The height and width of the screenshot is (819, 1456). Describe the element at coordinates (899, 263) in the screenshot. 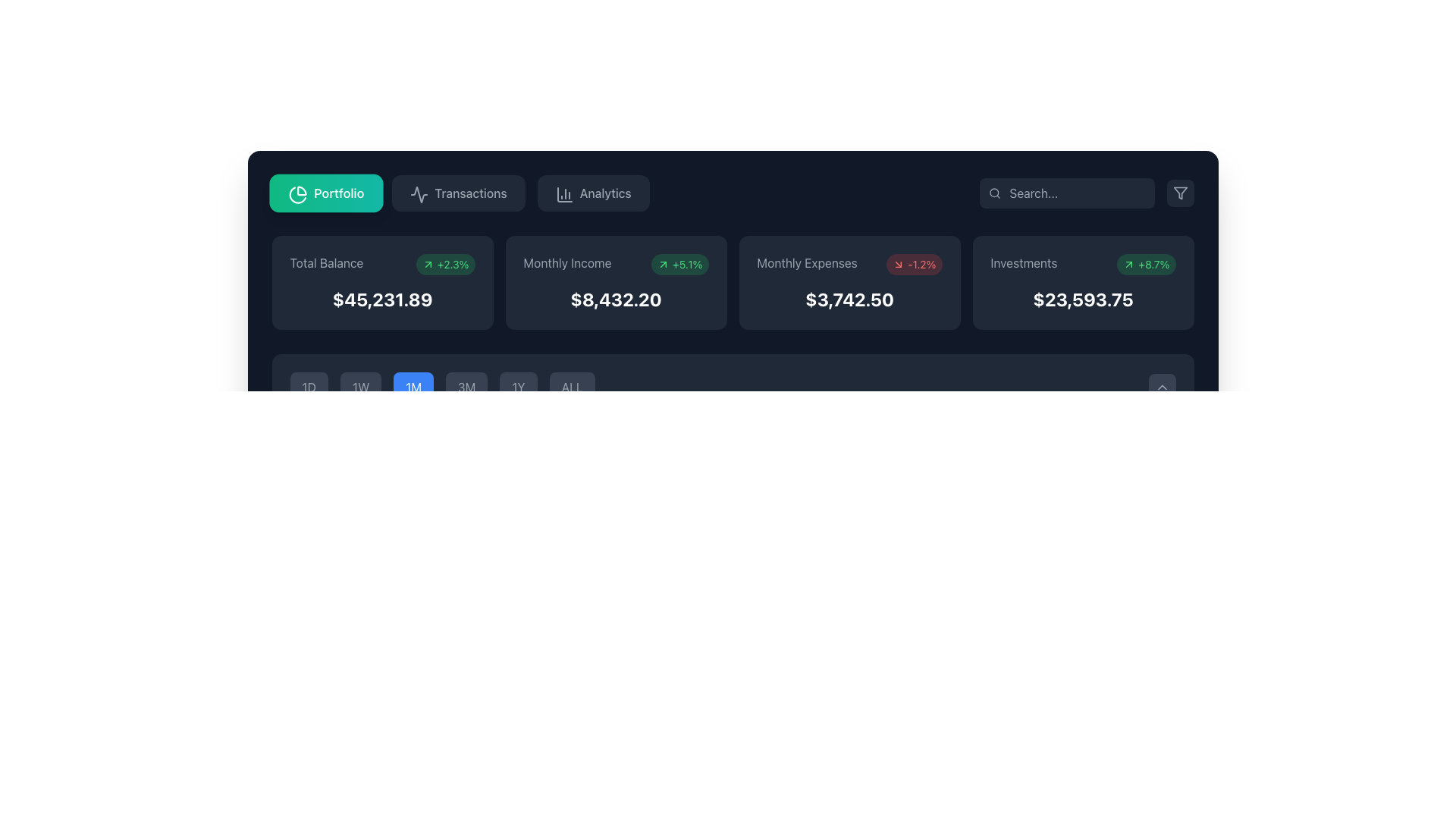

I see `the decrease icon located to the left of the percentage value '-1.2%' within the red-highlighted area of the 'Monthly Expenses' panel` at that location.